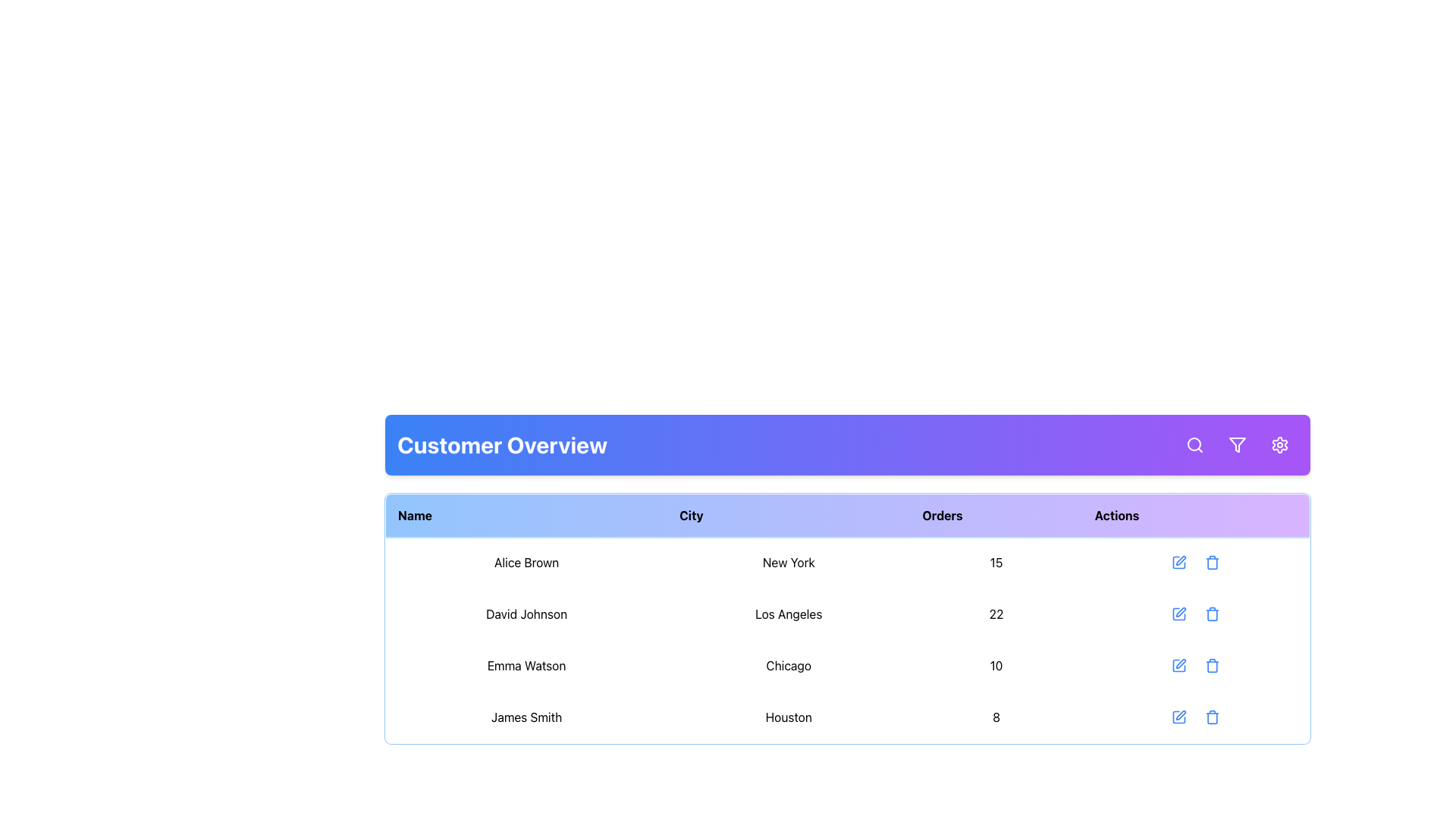  What do you see at coordinates (1211, 562) in the screenshot?
I see `the delete icon button located in the 'Actions' column of the first row for 'Alice Brown'` at bounding box center [1211, 562].